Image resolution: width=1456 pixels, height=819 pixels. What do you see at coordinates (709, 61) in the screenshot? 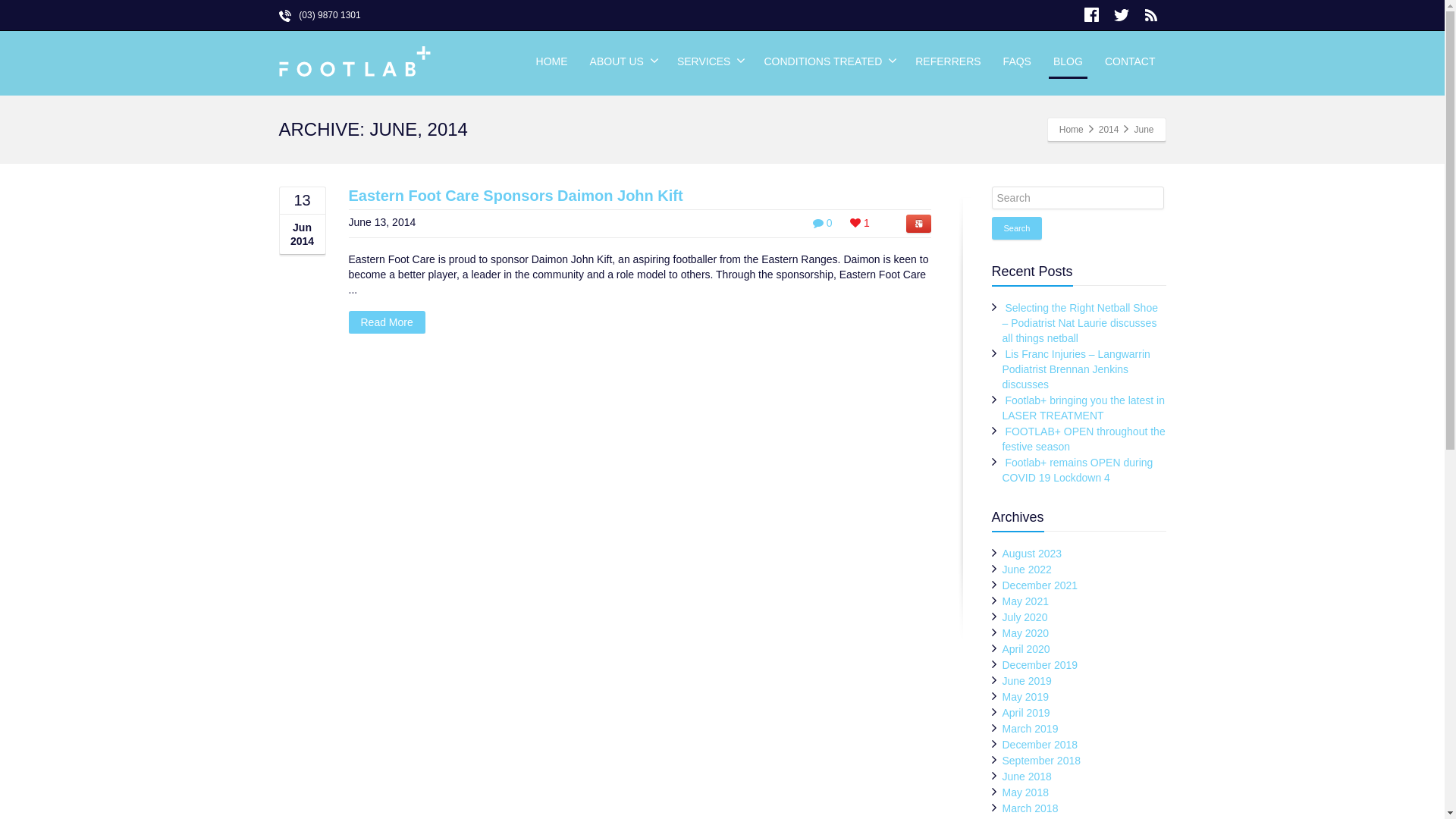
I see `'SERVICES'` at bounding box center [709, 61].